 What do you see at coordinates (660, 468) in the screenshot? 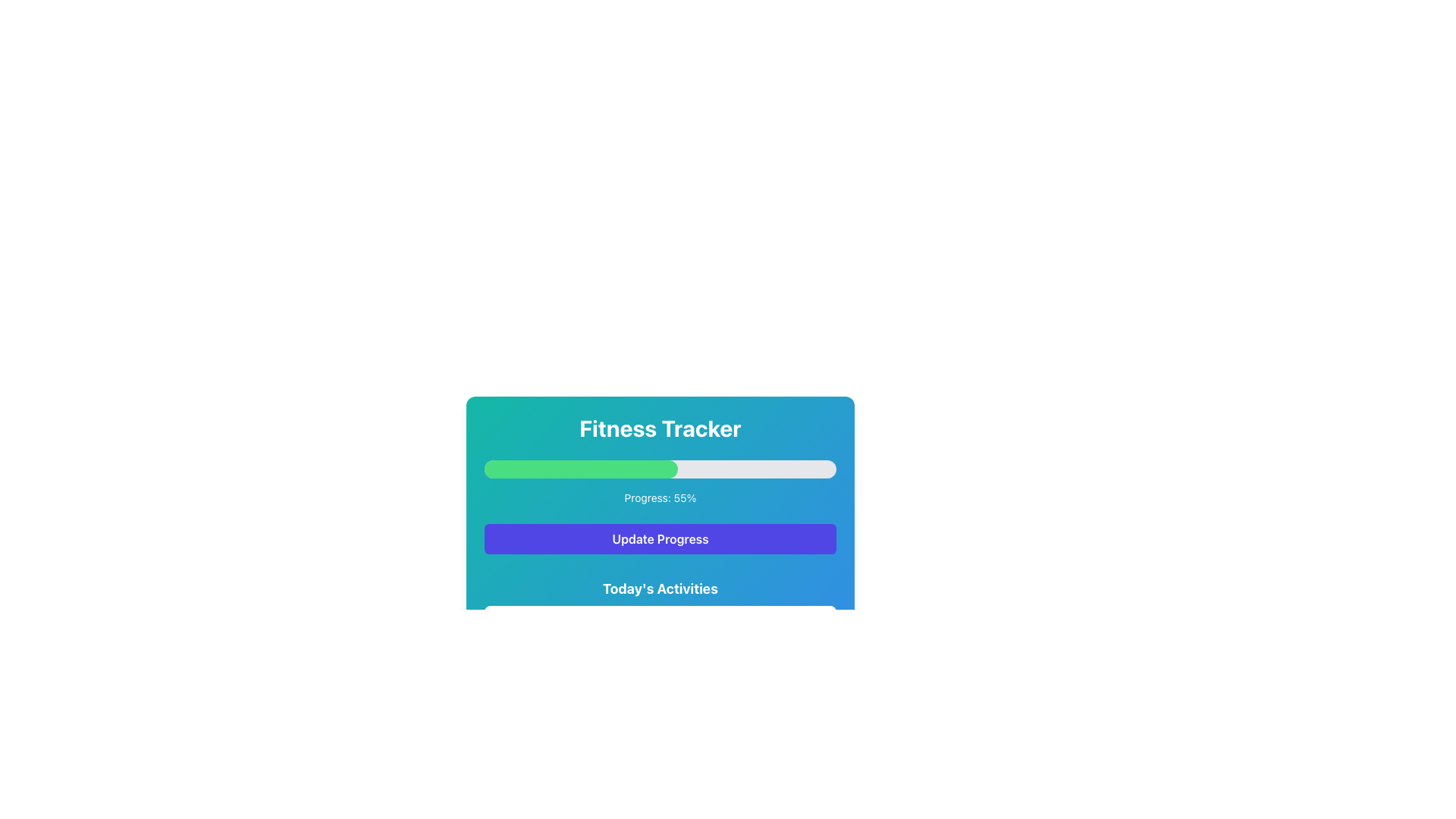
I see `the horizontal progress bar located under the 'Fitness Tracker' title, which is styled with a gray outer frame and a green filled section indicating 55% progress` at bounding box center [660, 468].